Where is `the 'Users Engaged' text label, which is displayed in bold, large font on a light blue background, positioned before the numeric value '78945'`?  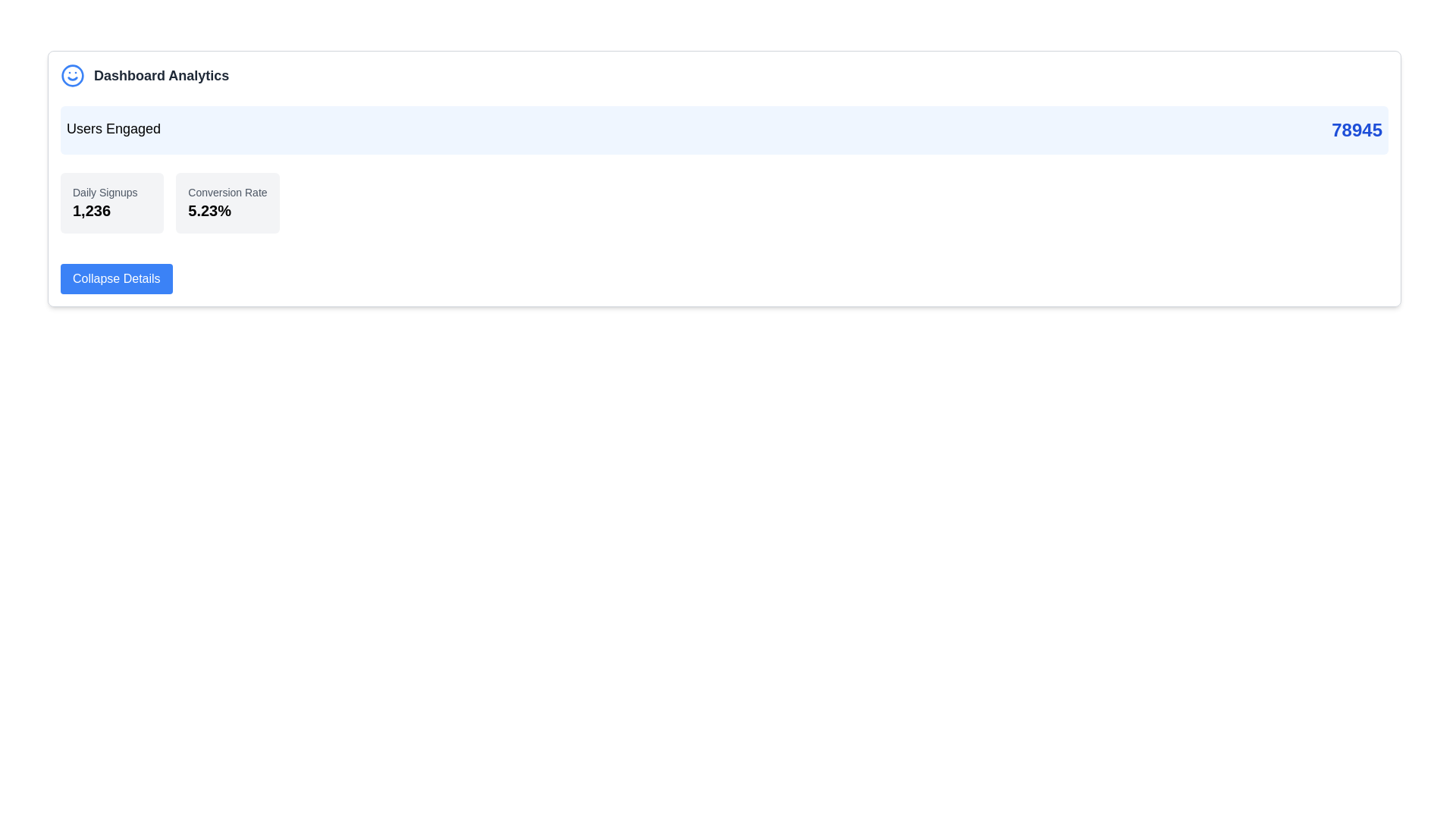 the 'Users Engaged' text label, which is displayed in bold, large font on a light blue background, positioned before the numeric value '78945' is located at coordinates (112, 130).